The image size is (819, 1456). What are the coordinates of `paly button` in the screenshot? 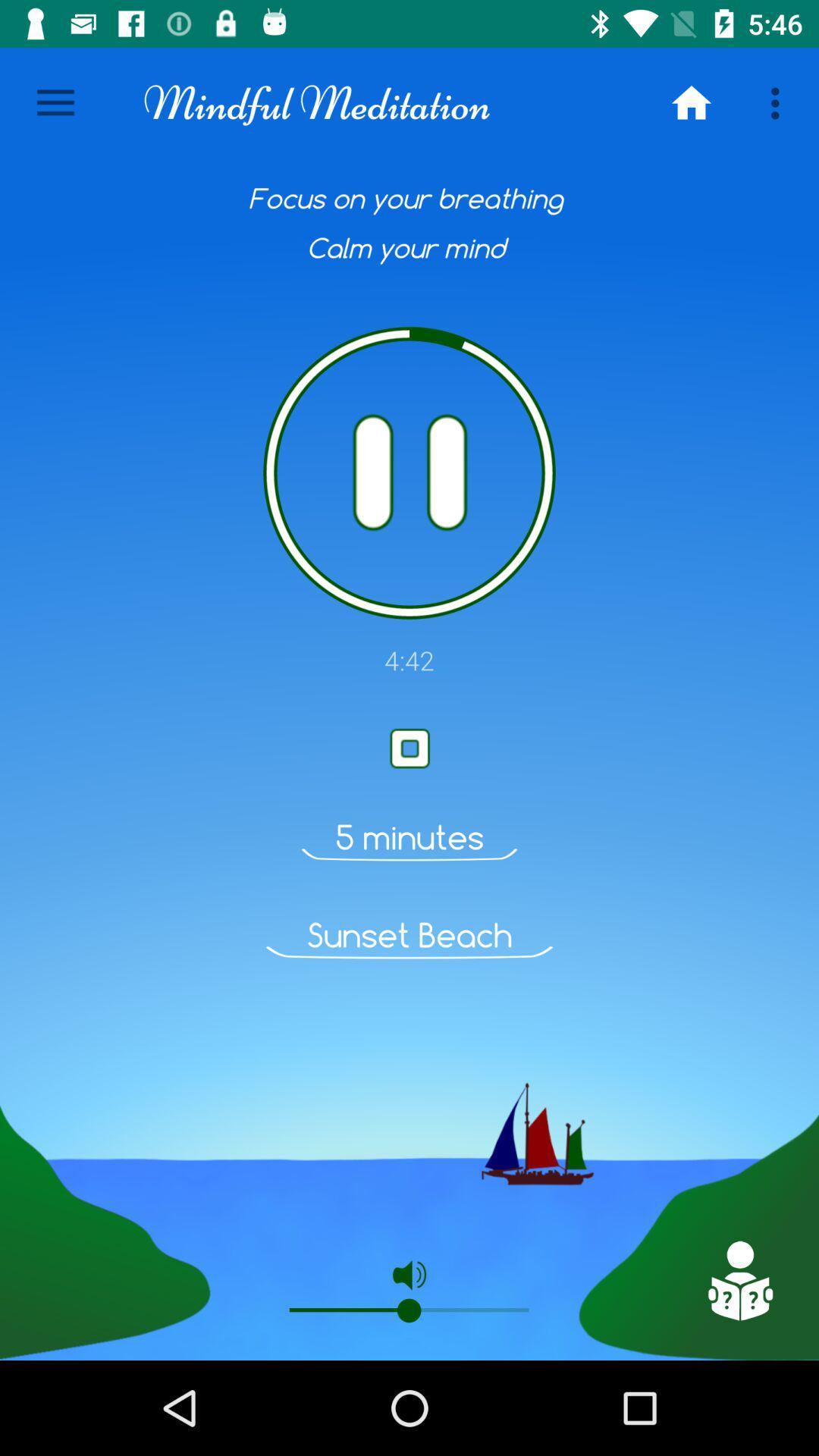 It's located at (409, 748).